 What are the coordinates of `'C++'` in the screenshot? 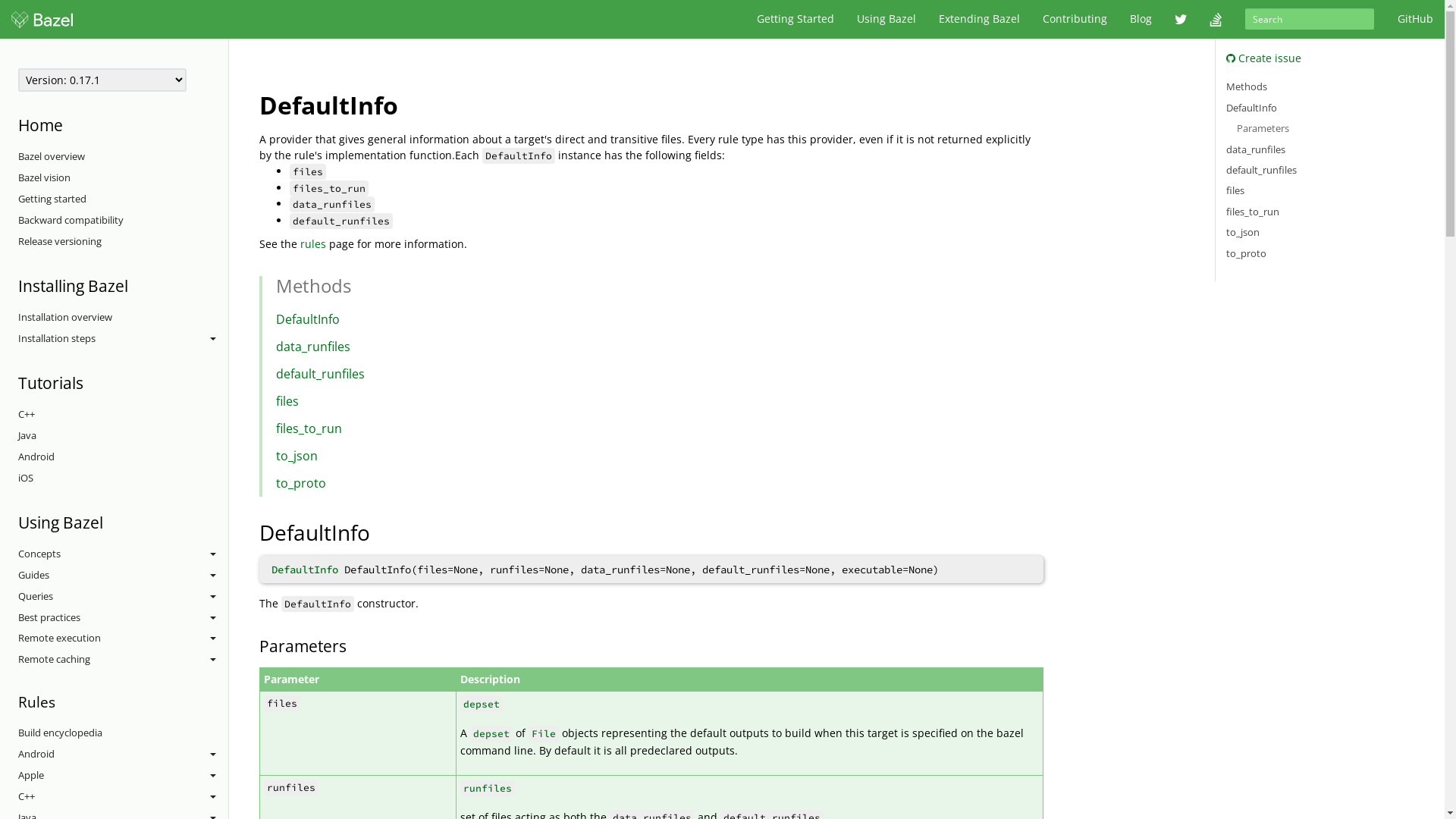 It's located at (123, 415).